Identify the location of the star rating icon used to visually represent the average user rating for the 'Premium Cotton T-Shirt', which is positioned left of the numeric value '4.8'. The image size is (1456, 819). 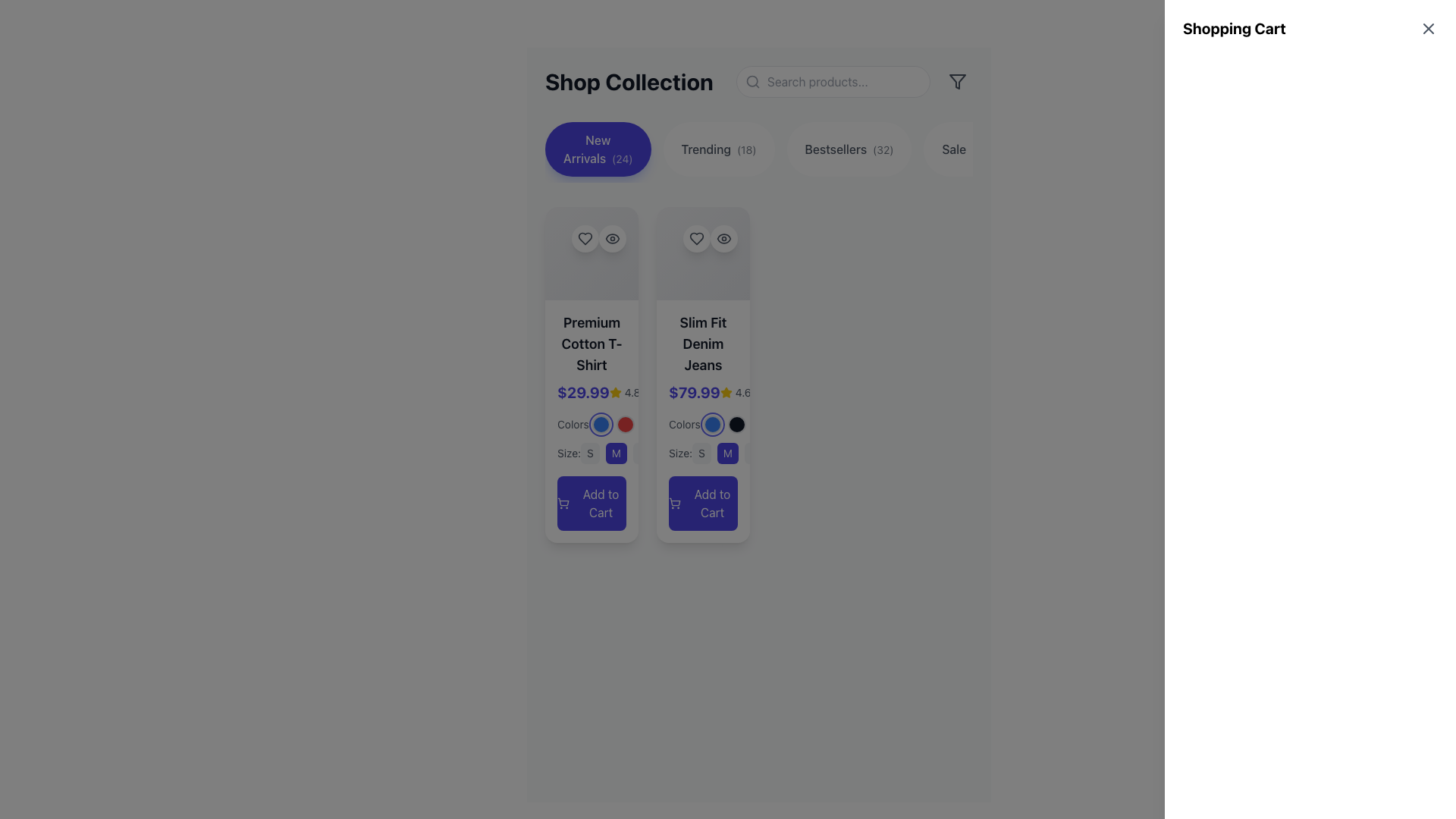
(615, 391).